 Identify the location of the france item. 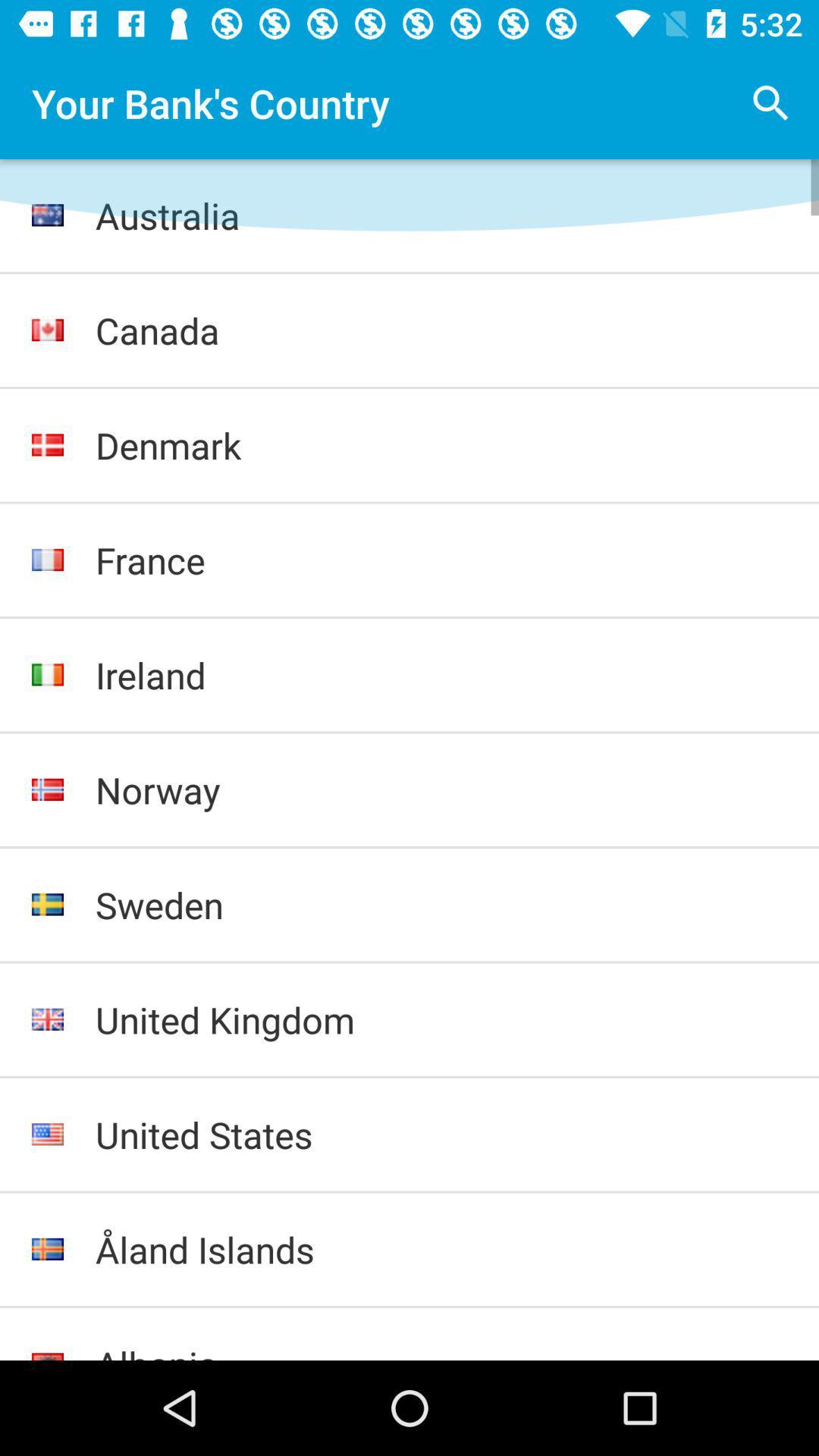
(441, 559).